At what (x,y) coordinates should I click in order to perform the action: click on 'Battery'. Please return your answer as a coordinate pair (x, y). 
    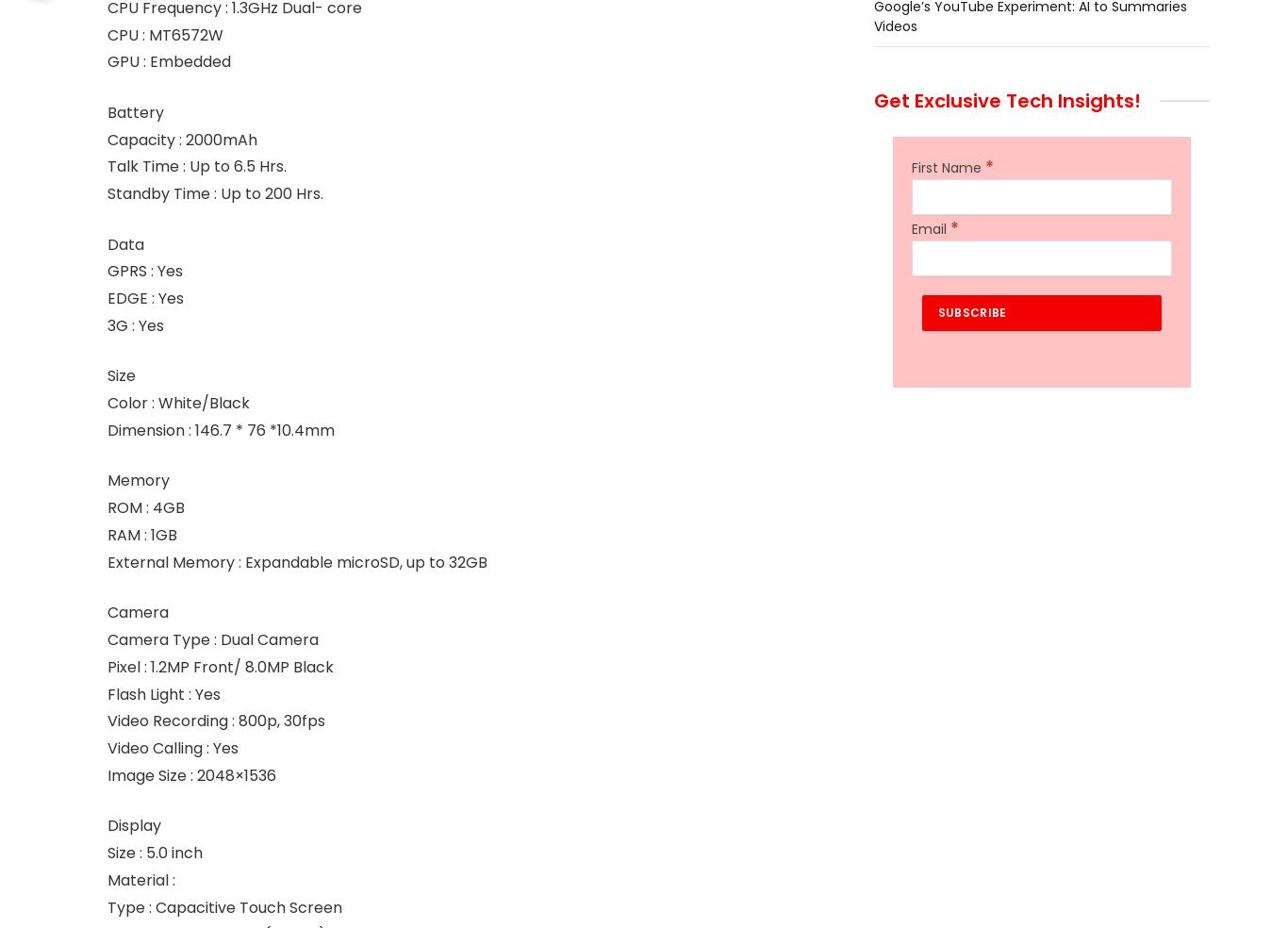
    Looking at the image, I should click on (134, 110).